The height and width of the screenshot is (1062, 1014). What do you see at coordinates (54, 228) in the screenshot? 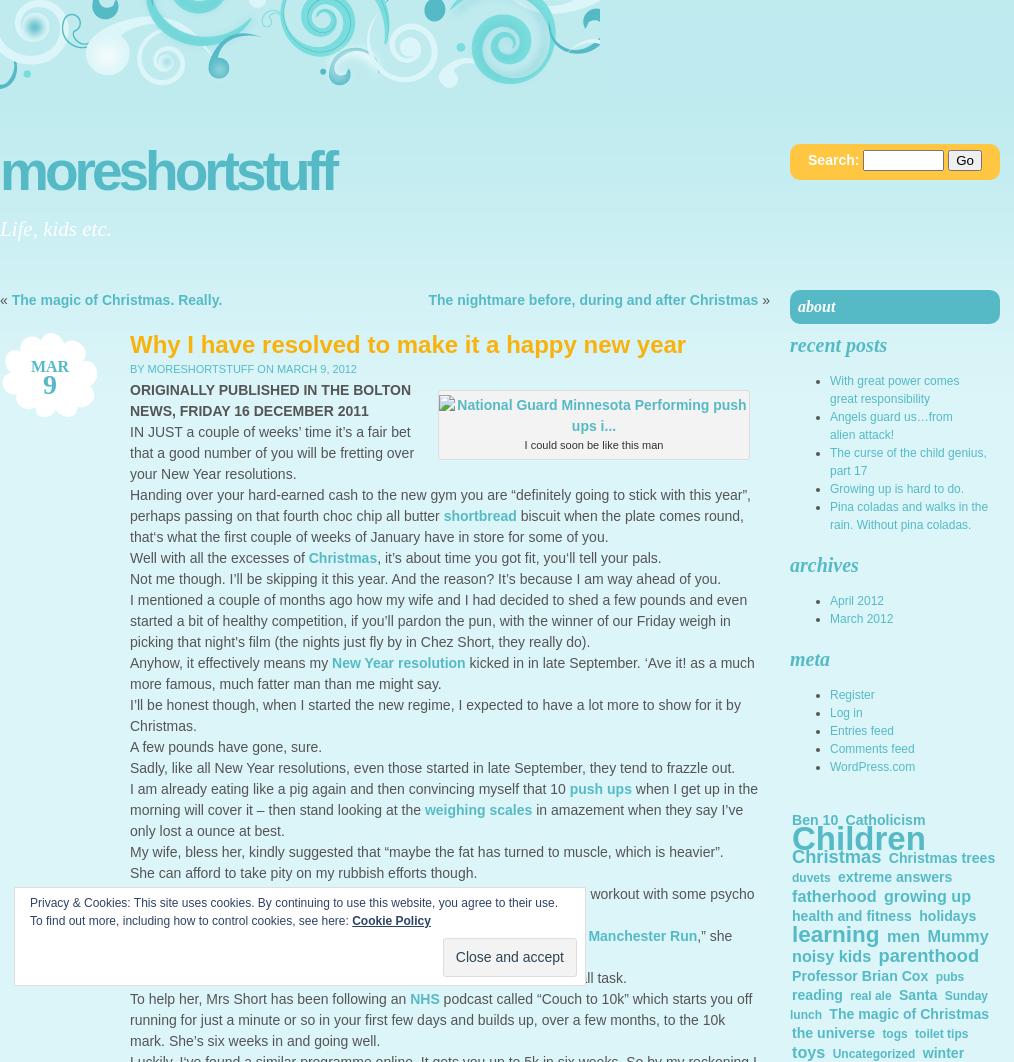
I see `'Life, kids etc.'` at bounding box center [54, 228].